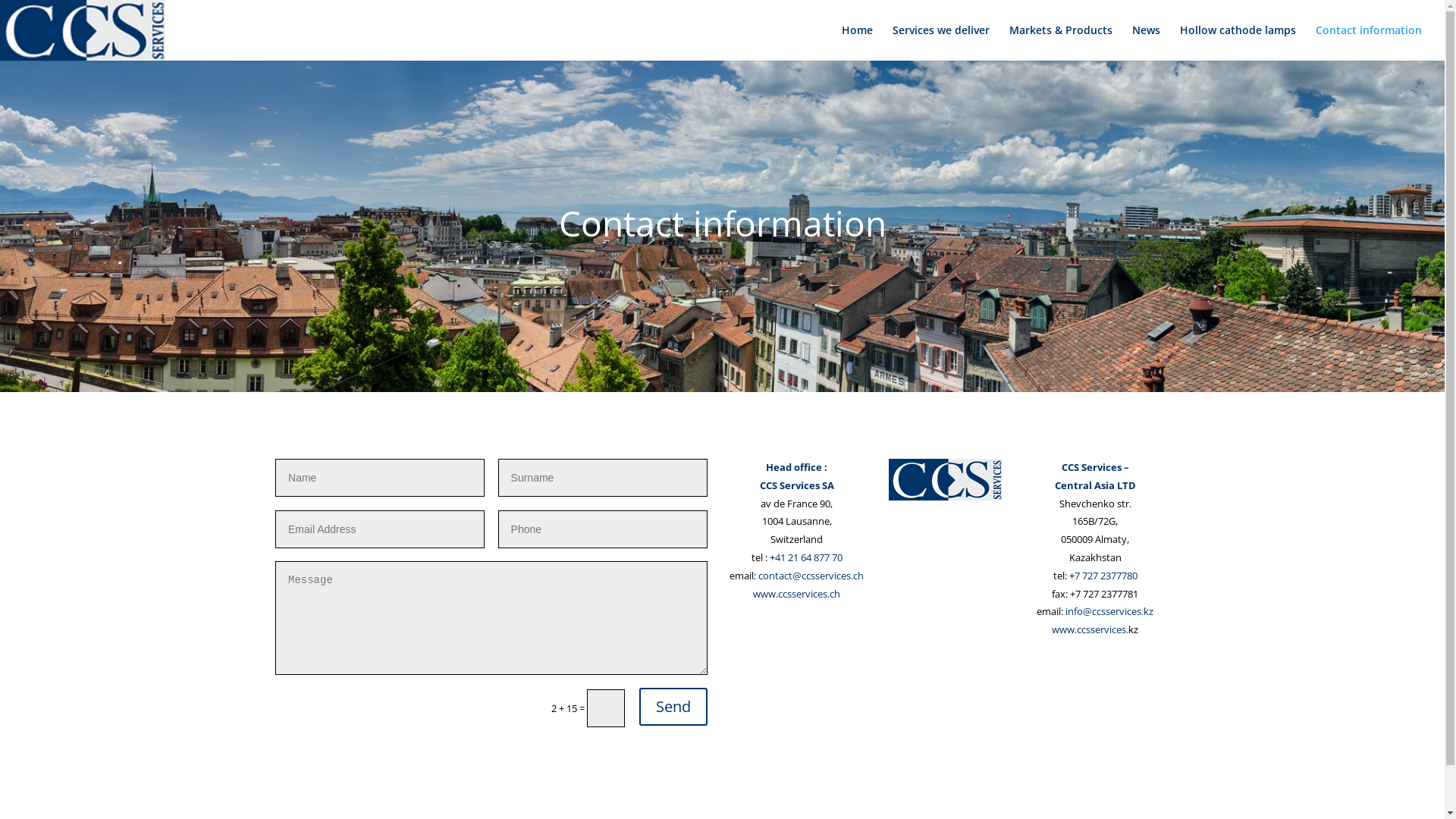  What do you see at coordinates (810, 576) in the screenshot?
I see `'contact@ccsservices.ch'` at bounding box center [810, 576].